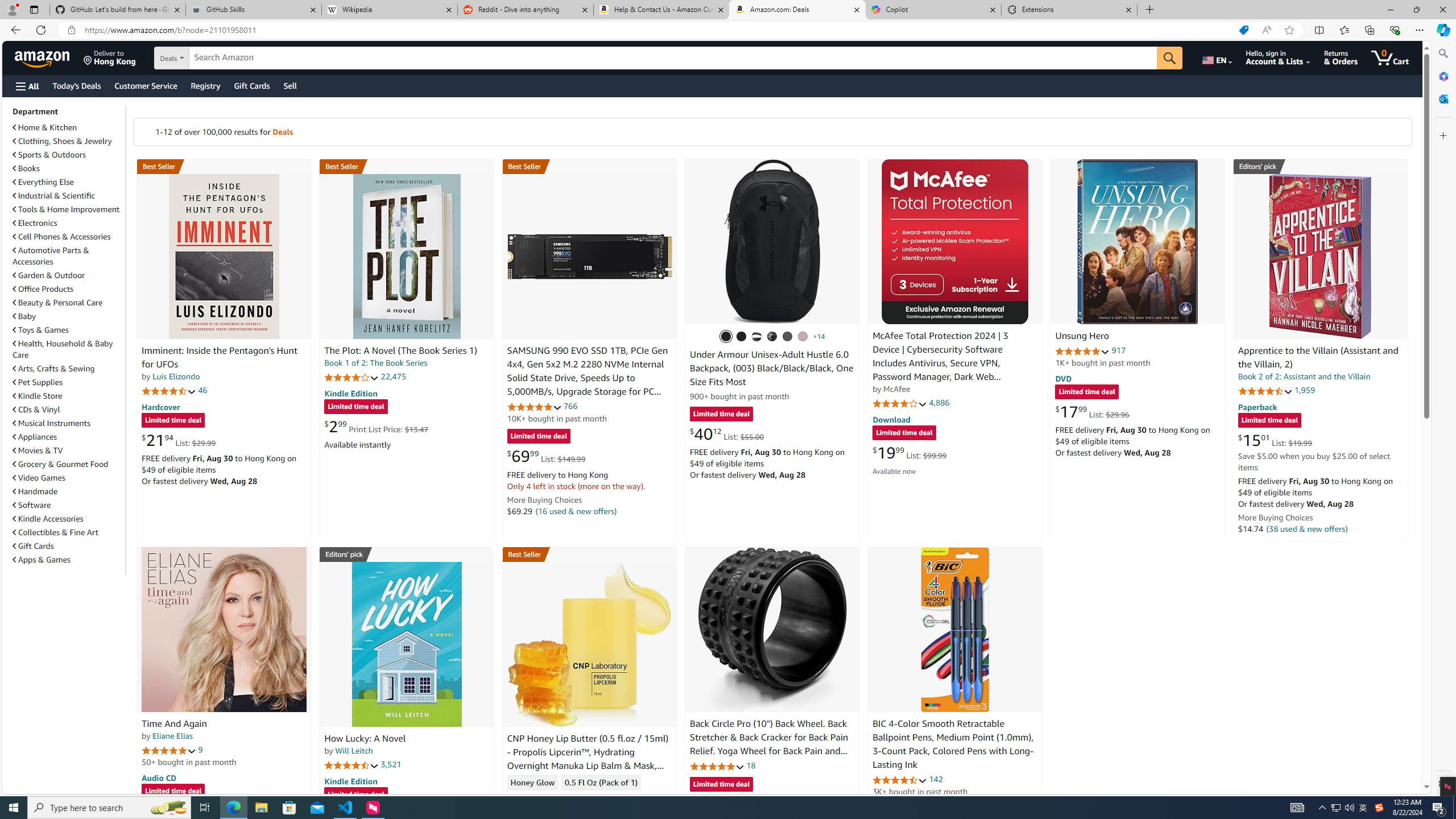 The image size is (1456, 819). Describe the element at coordinates (67, 126) in the screenshot. I see `'Home & Kitchen'` at that location.